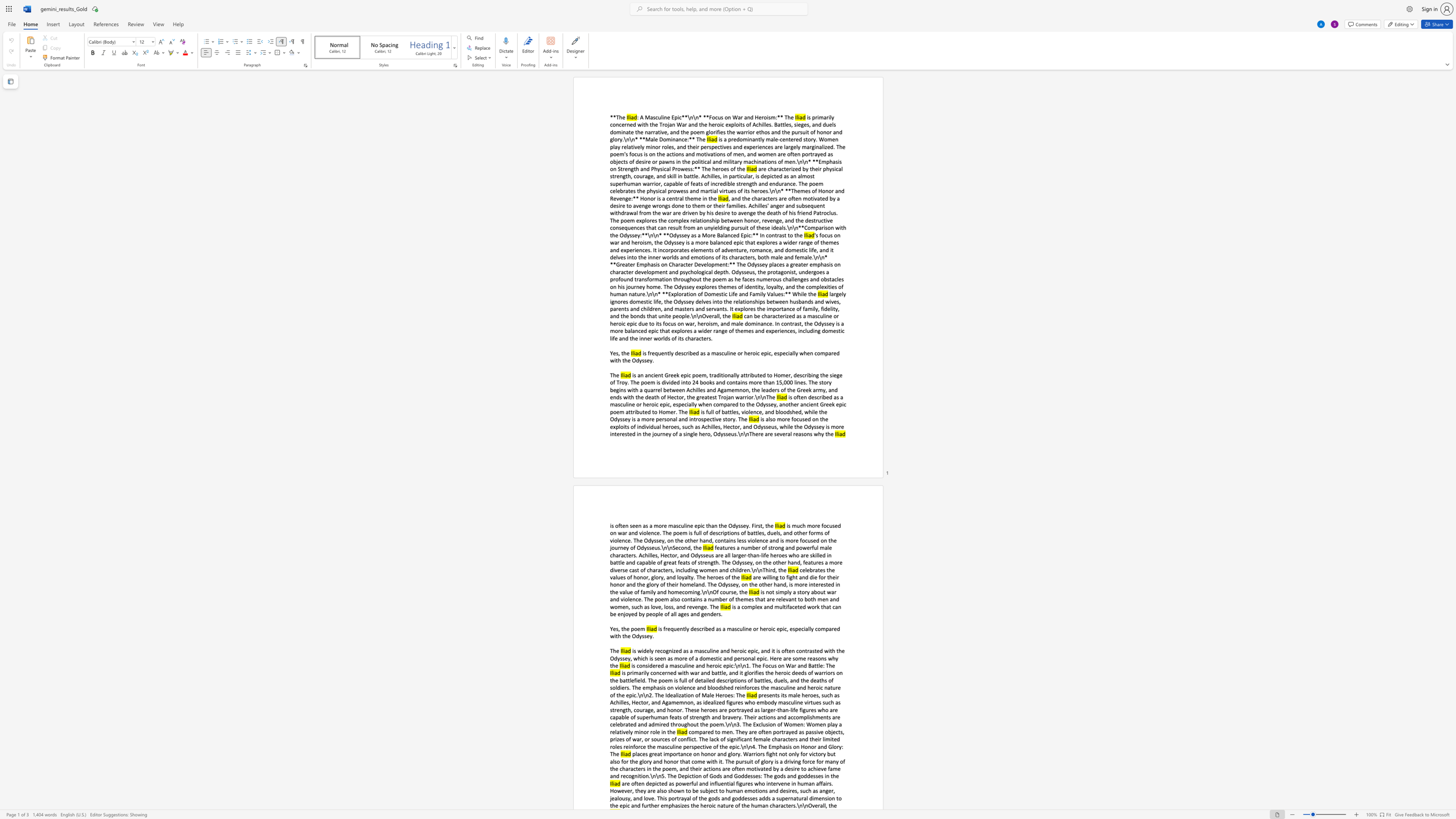  What do you see at coordinates (746, 665) in the screenshot?
I see `the subset text "1. The Focus on War and Battl" within the text "is considered a masculine and heroic epic:\n\n1. The Focus on War and Battle: The"` at bounding box center [746, 665].